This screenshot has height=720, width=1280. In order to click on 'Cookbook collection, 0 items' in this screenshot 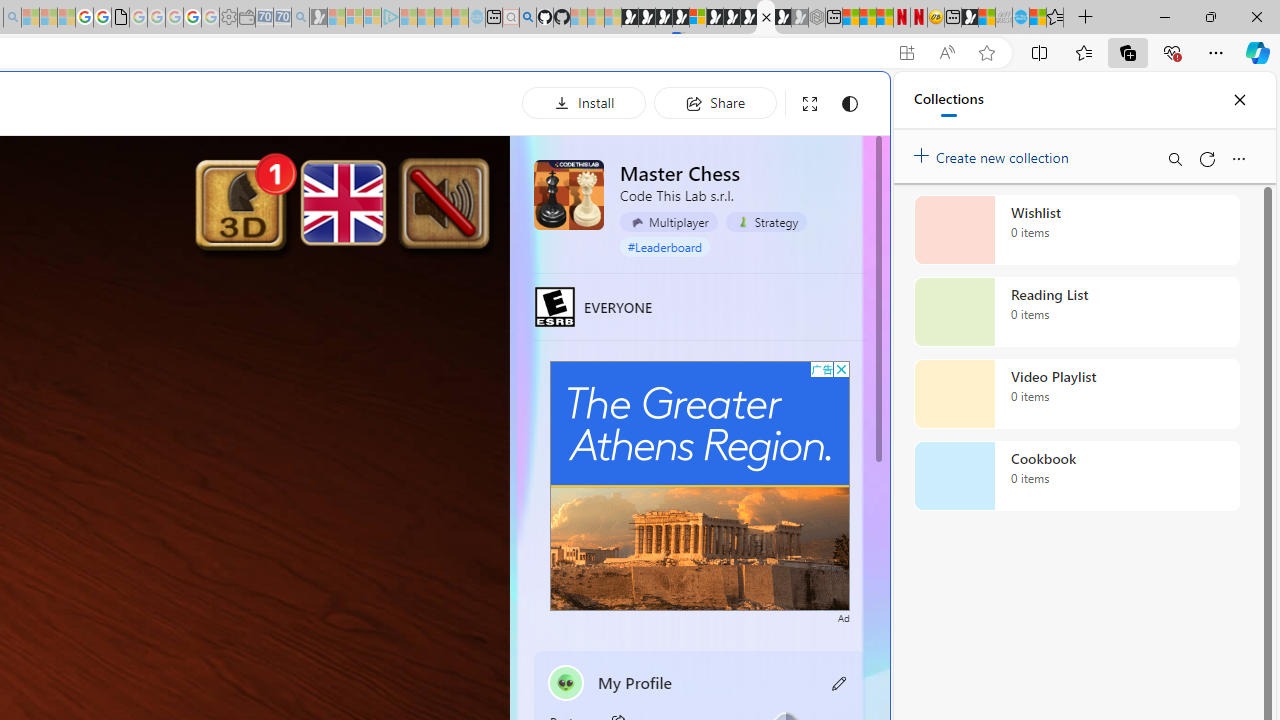, I will do `click(1076, 475)`.